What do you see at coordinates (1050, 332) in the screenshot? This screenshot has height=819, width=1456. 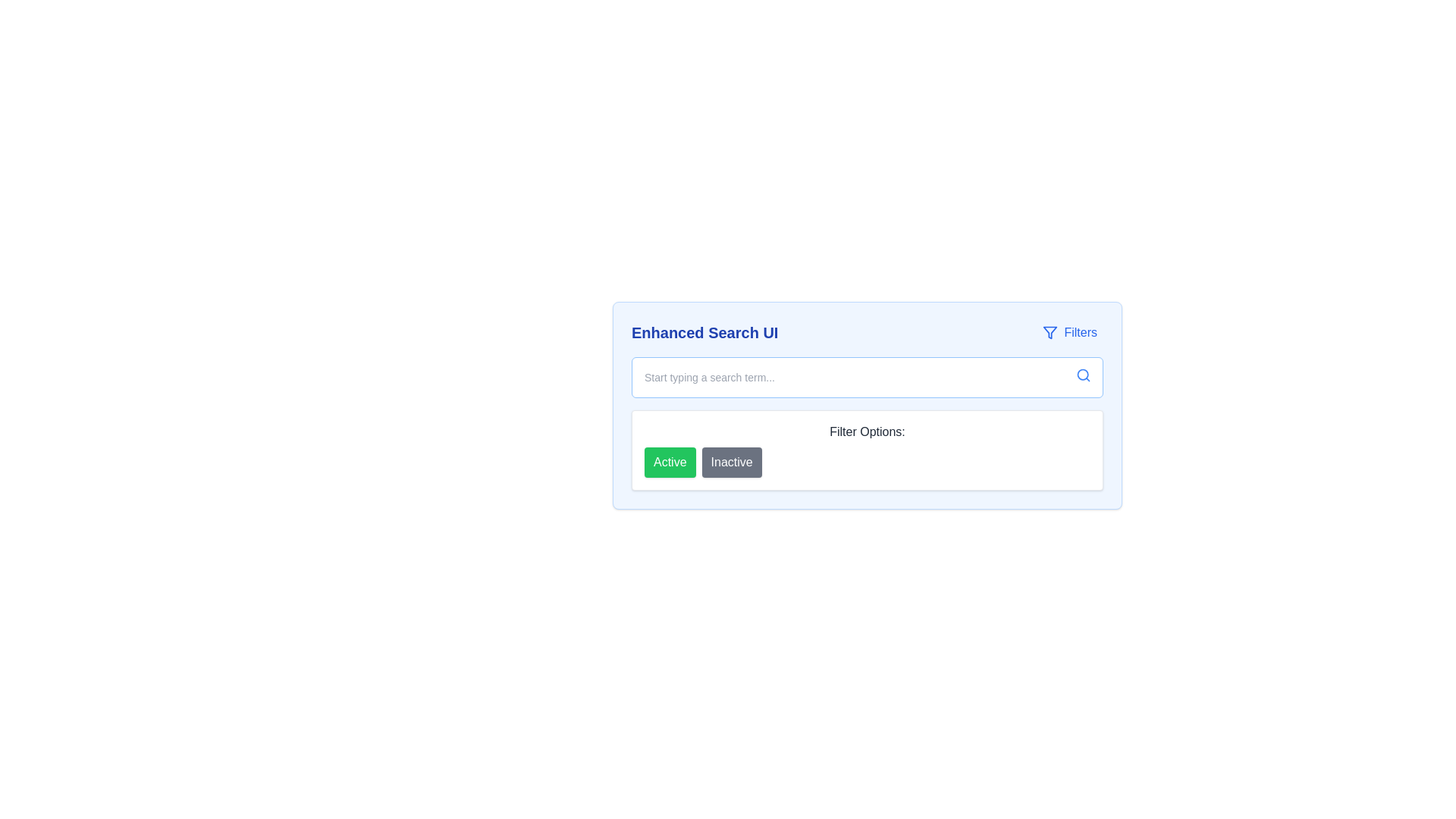 I see `the filter icon located in the top-right corner of the 'Enhanced Search UI' card` at bounding box center [1050, 332].